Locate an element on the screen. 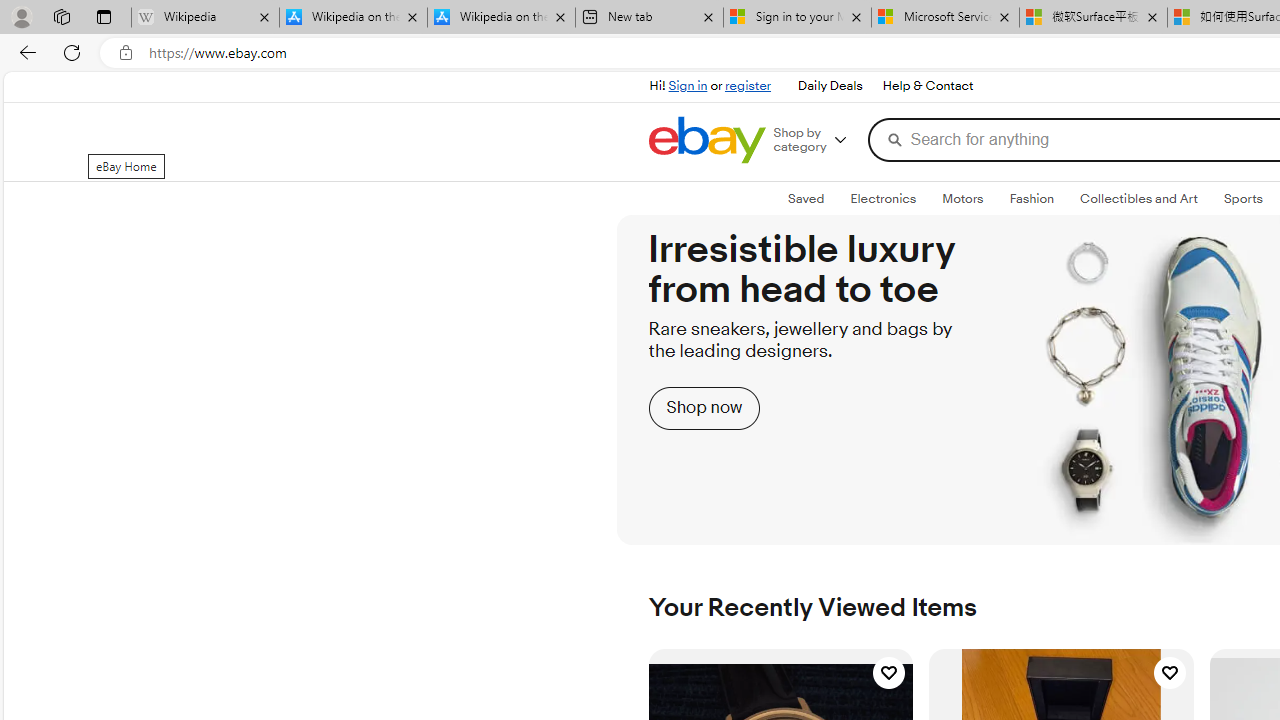 Image resolution: width=1280 pixels, height=720 pixels. 'Sign in to your Microsoft account' is located at coordinates (797, 17).